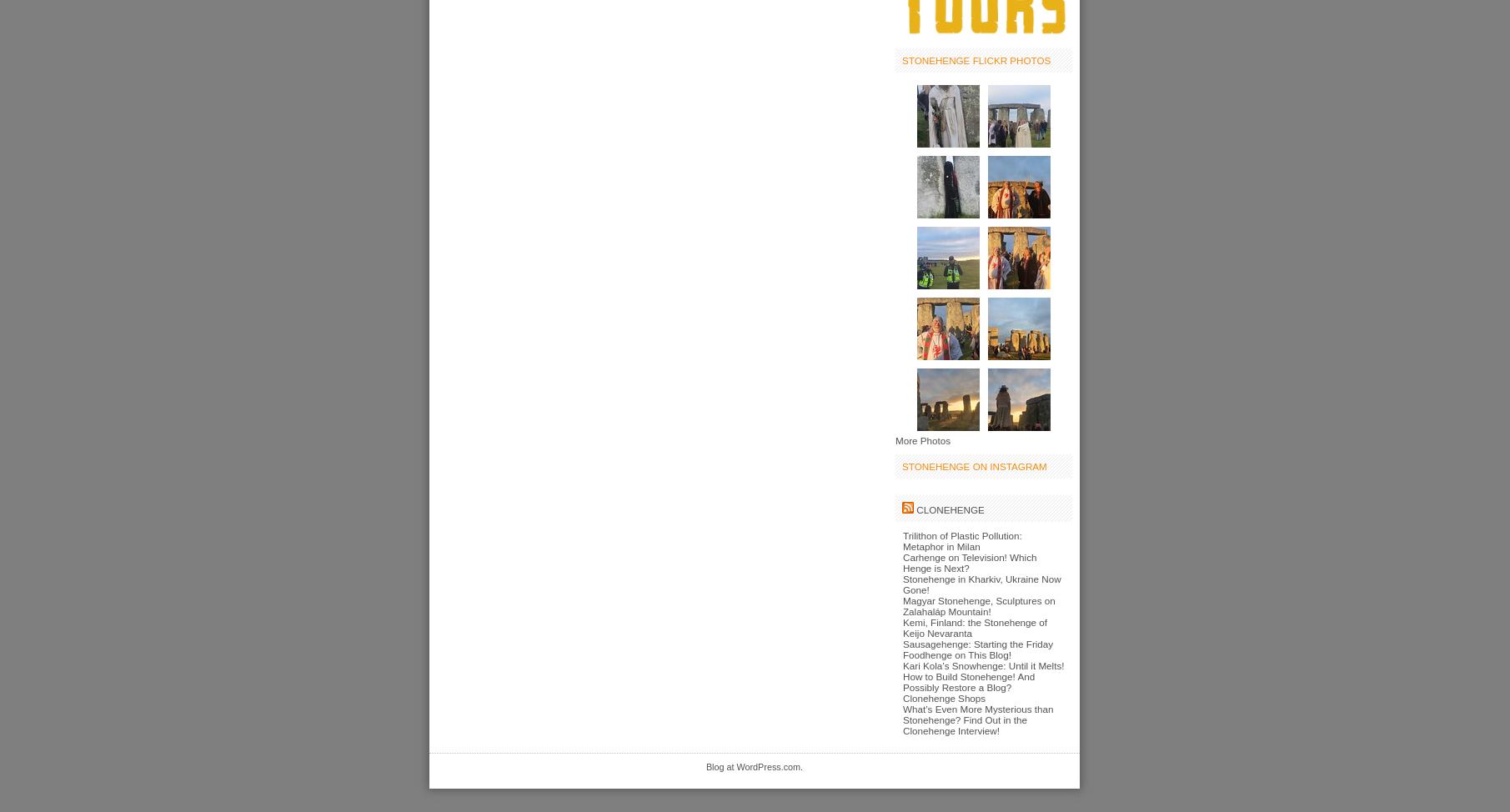 Image resolution: width=1510 pixels, height=812 pixels. I want to click on 'Clonehenge Shops', so click(943, 697).